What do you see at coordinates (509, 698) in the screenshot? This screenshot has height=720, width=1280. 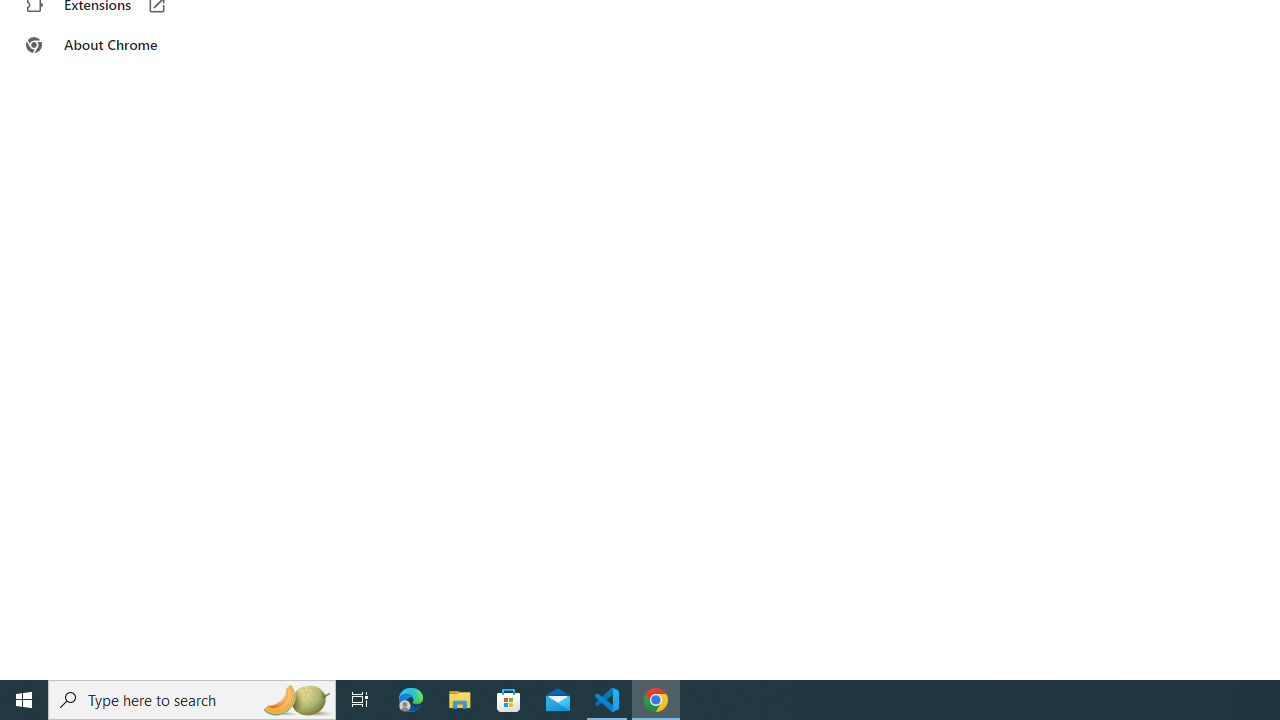 I see `'Microsoft Store'` at bounding box center [509, 698].